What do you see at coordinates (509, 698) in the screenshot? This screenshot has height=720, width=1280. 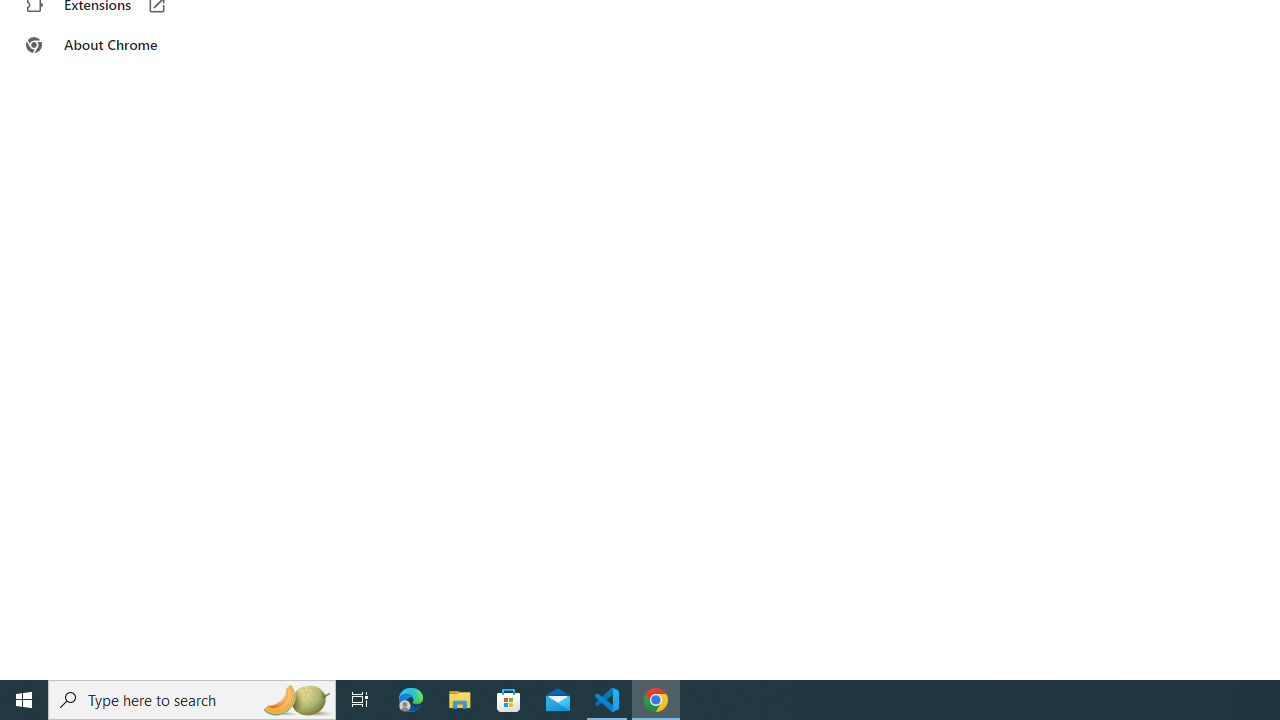 I see `'Microsoft Store'` at bounding box center [509, 698].